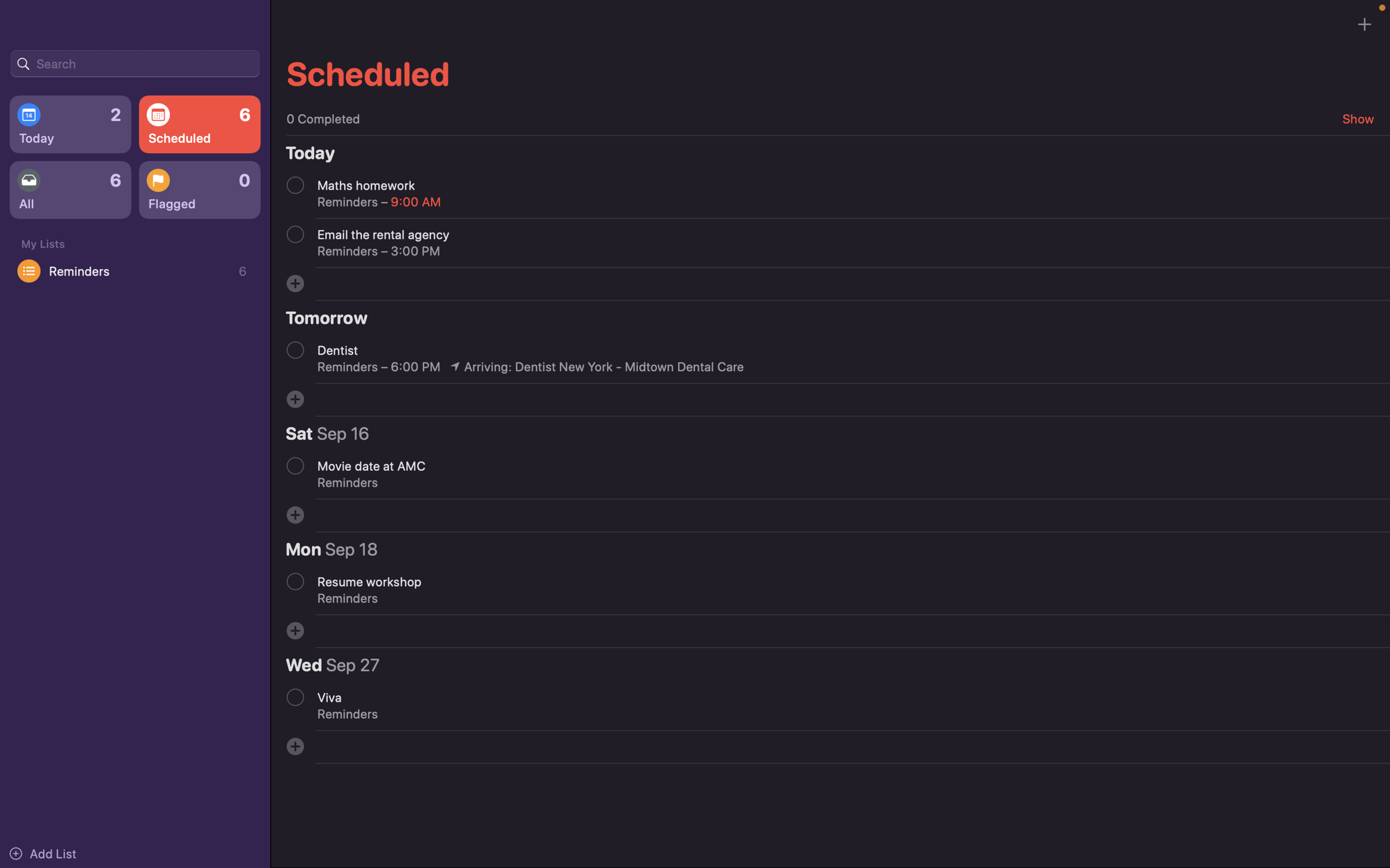  Describe the element at coordinates (69, 125) in the screenshot. I see `Show all happenings planned for today` at that location.